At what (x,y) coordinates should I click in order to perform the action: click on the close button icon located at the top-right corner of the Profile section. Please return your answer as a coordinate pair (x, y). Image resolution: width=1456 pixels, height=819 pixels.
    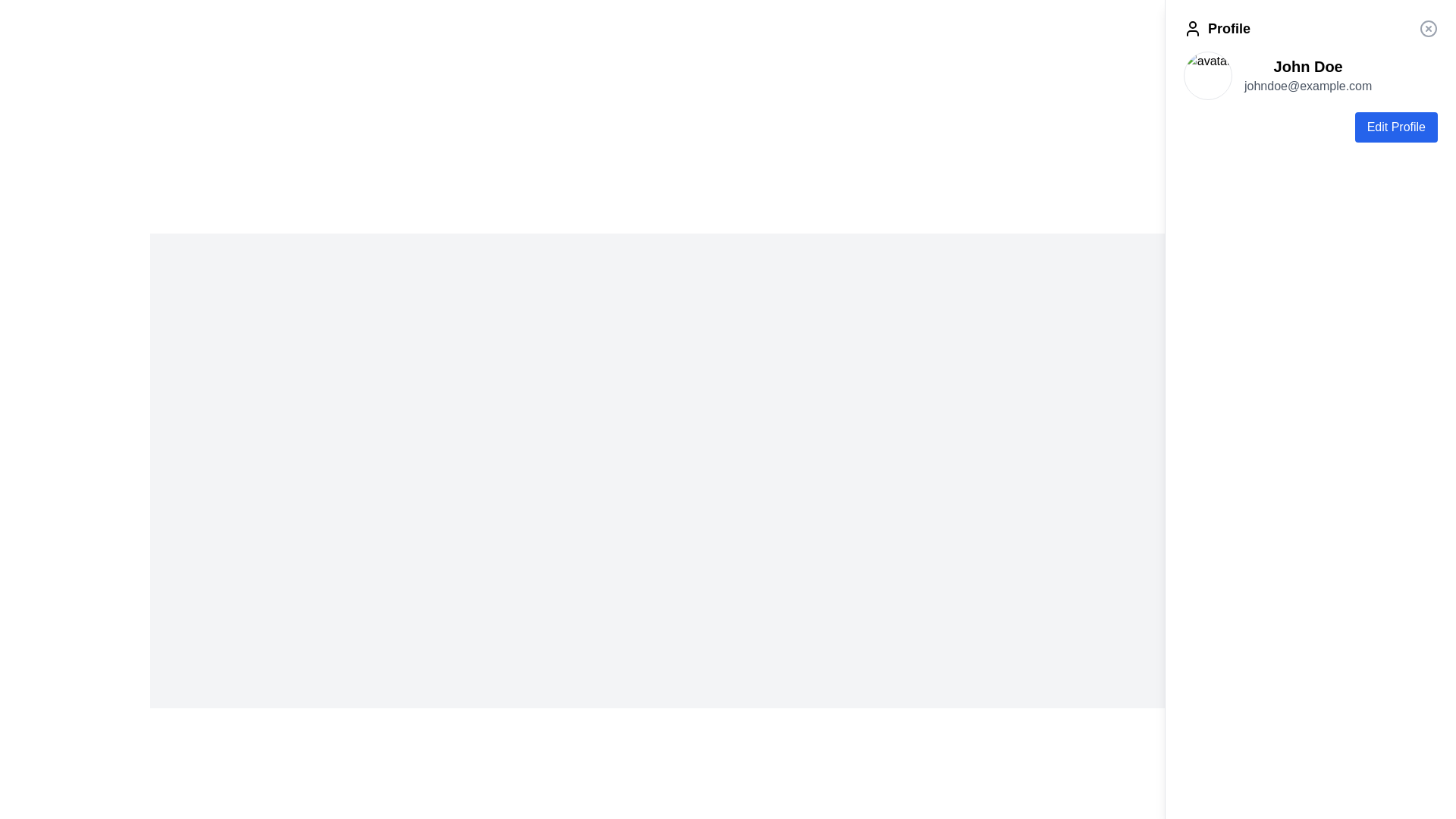
    Looking at the image, I should click on (1427, 29).